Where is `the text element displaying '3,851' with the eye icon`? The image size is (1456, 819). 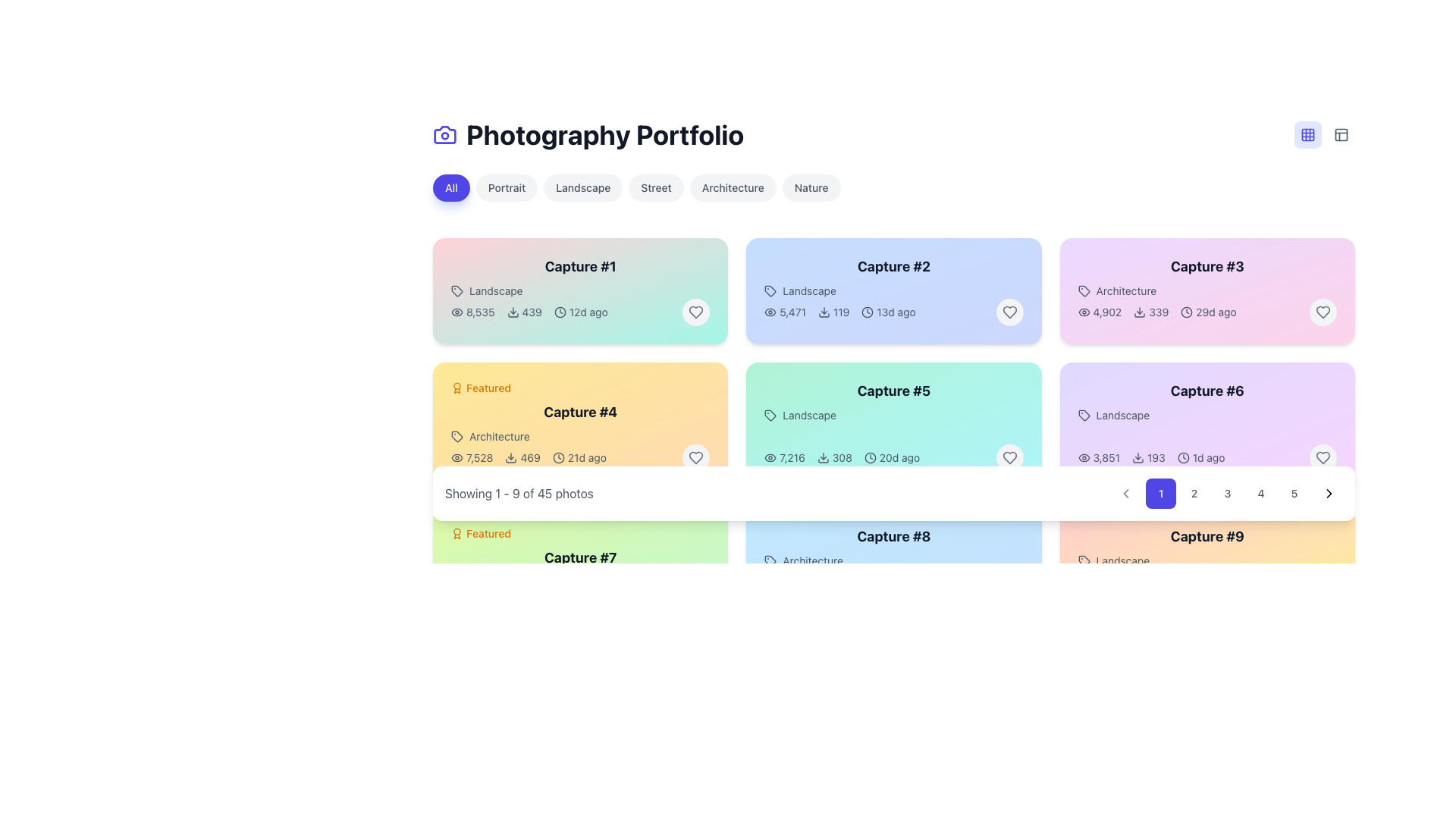 the text element displaying '3,851' with the eye icon is located at coordinates (1099, 457).